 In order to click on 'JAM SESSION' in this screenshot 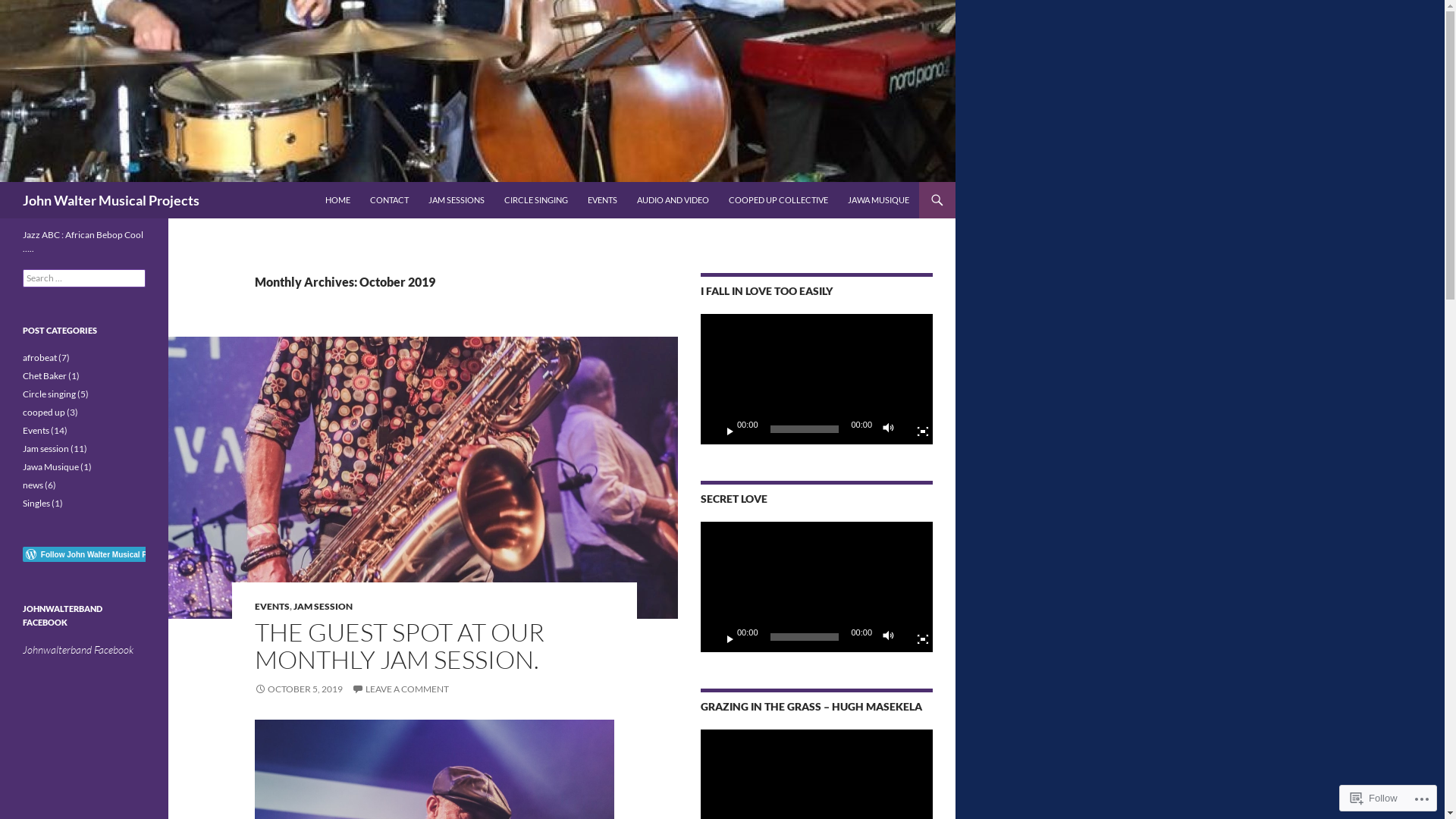, I will do `click(293, 605)`.